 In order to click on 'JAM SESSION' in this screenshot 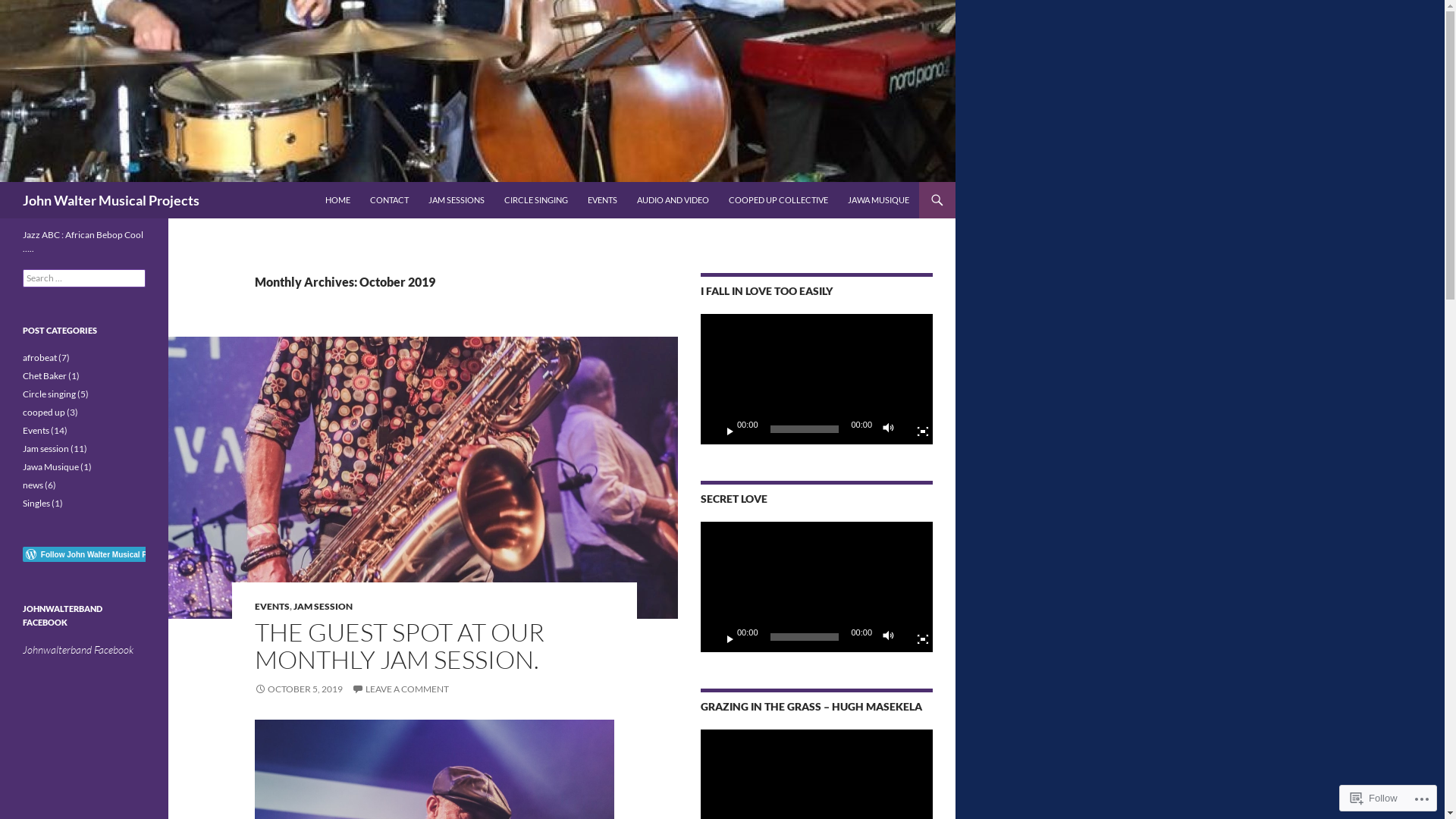, I will do `click(293, 605)`.